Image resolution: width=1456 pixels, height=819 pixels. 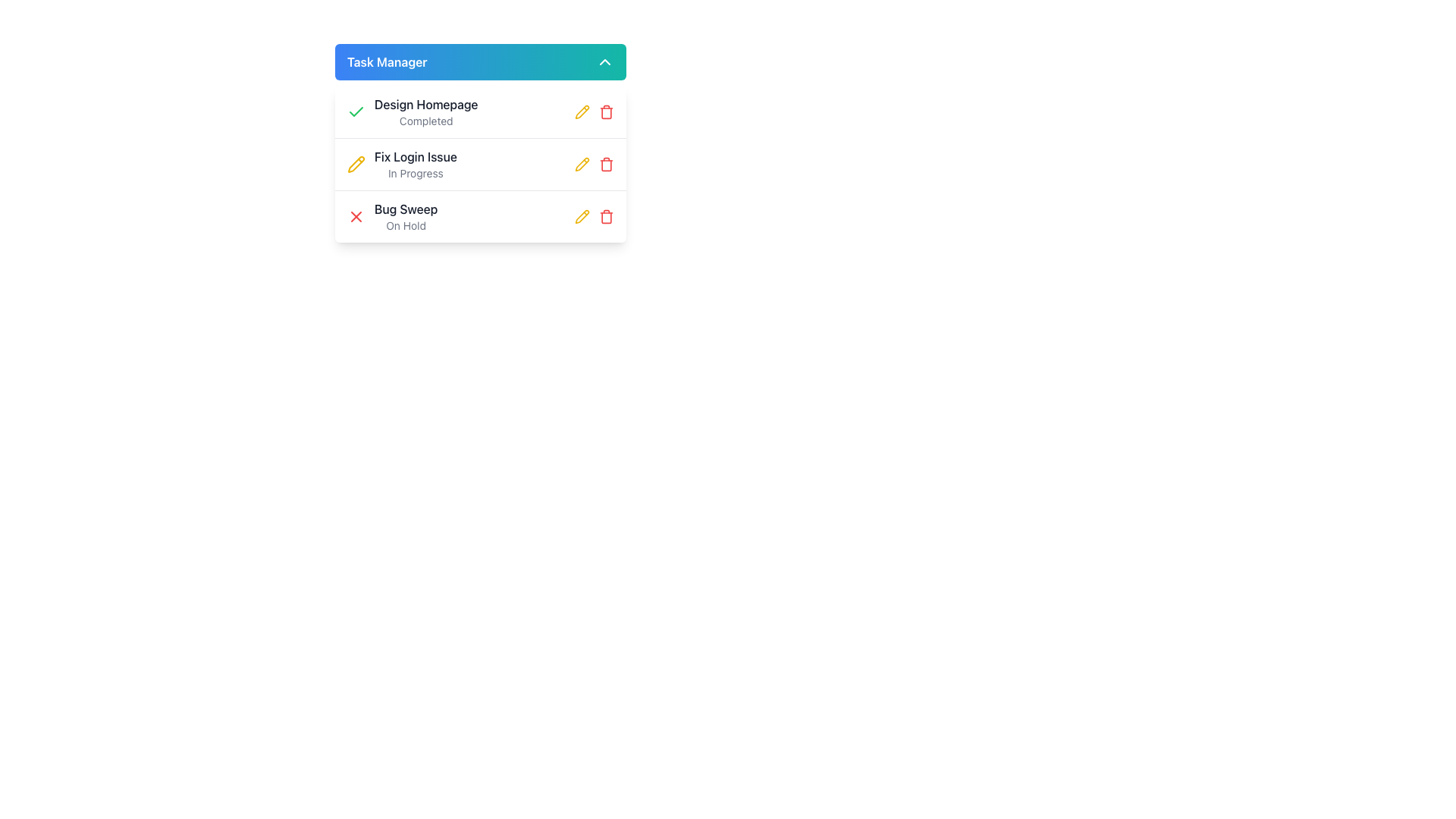 I want to click on the status indicator text label that displays 'On Hold', located directly below the 'Bug Sweep' task title, so click(x=406, y=225).